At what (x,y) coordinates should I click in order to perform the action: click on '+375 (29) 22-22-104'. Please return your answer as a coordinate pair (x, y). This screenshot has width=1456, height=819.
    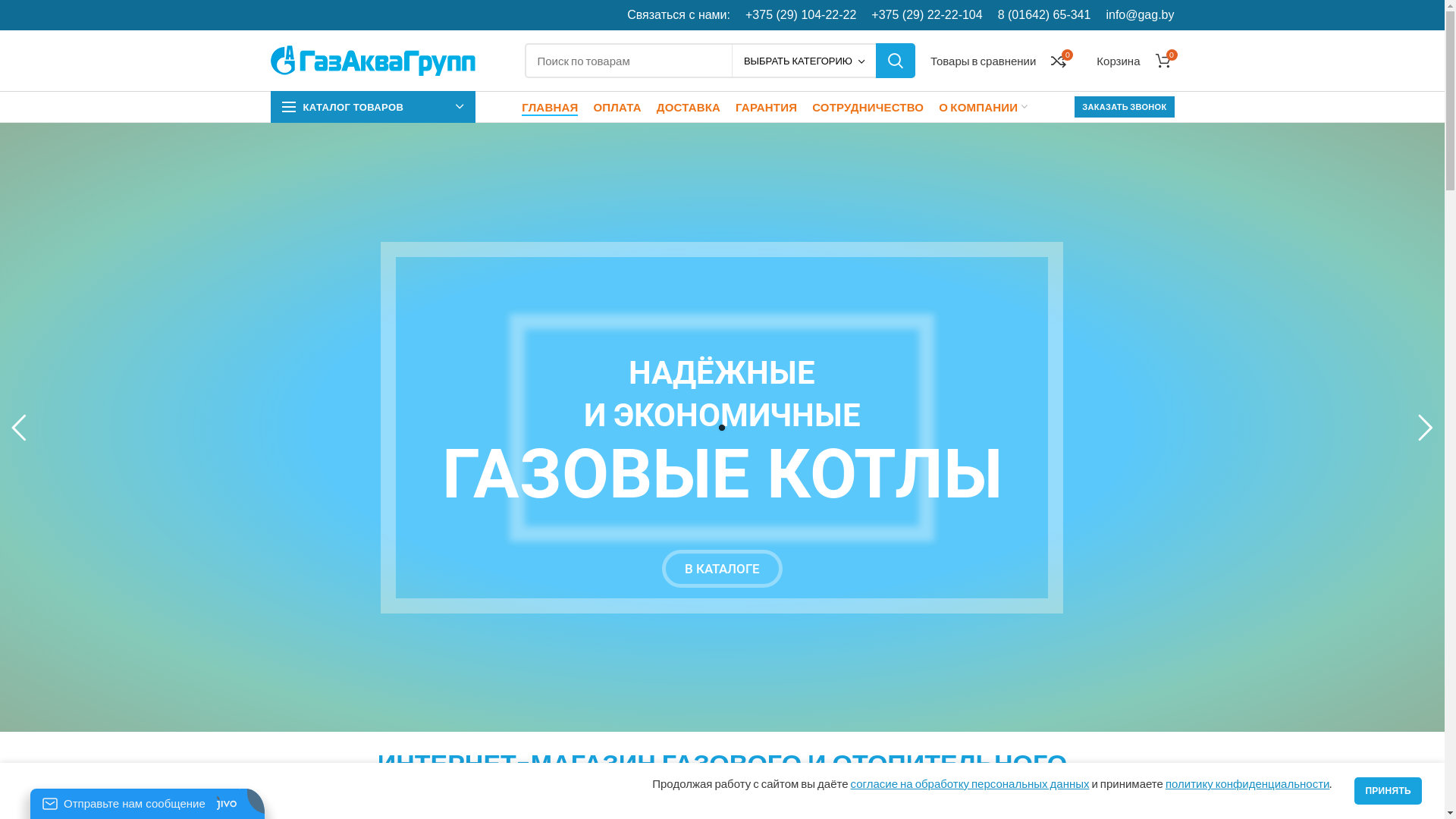
    Looking at the image, I should click on (926, 14).